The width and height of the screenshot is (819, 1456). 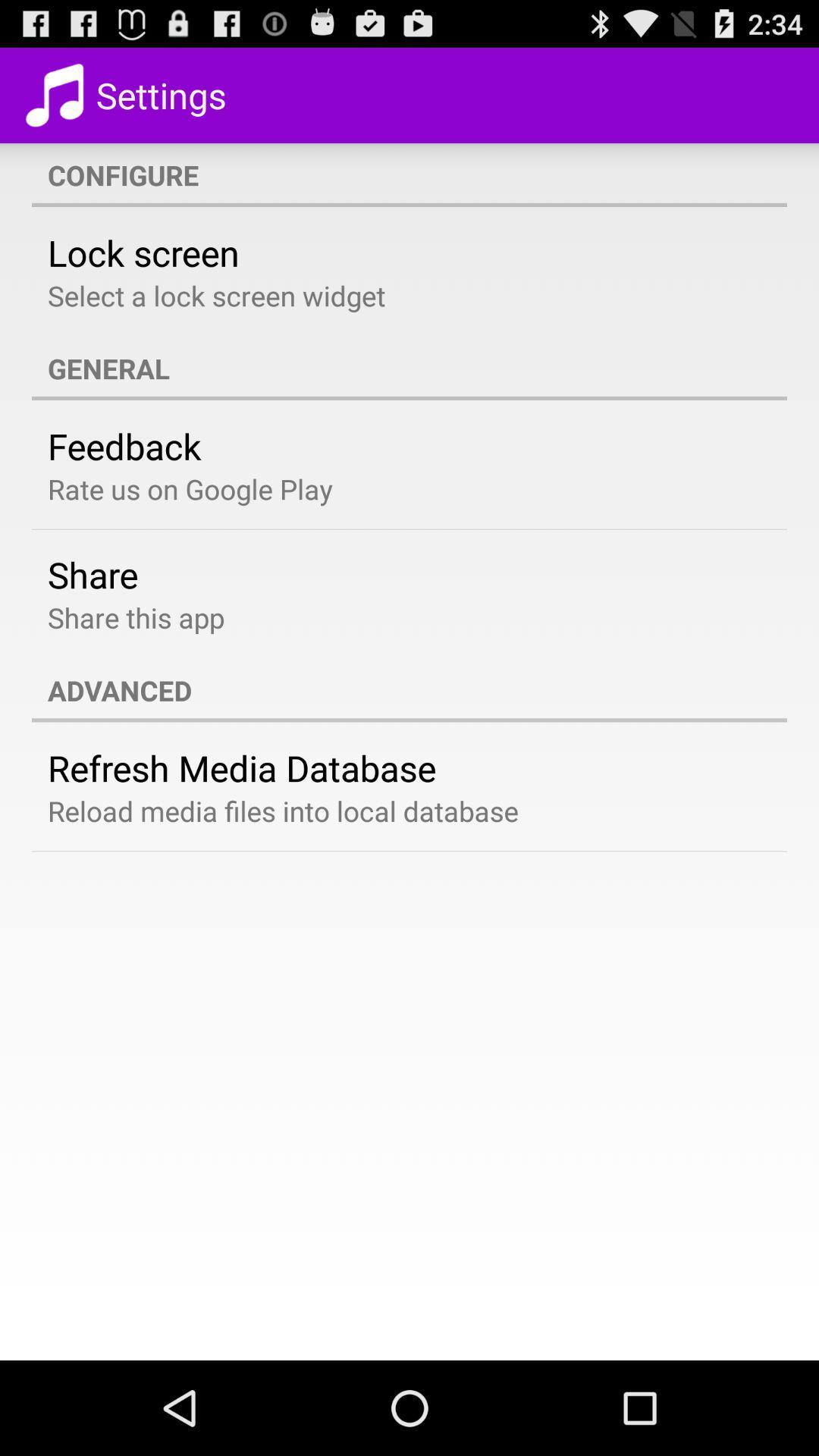 What do you see at coordinates (128, 94) in the screenshot?
I see `settings` at bounding box center [128, 94].